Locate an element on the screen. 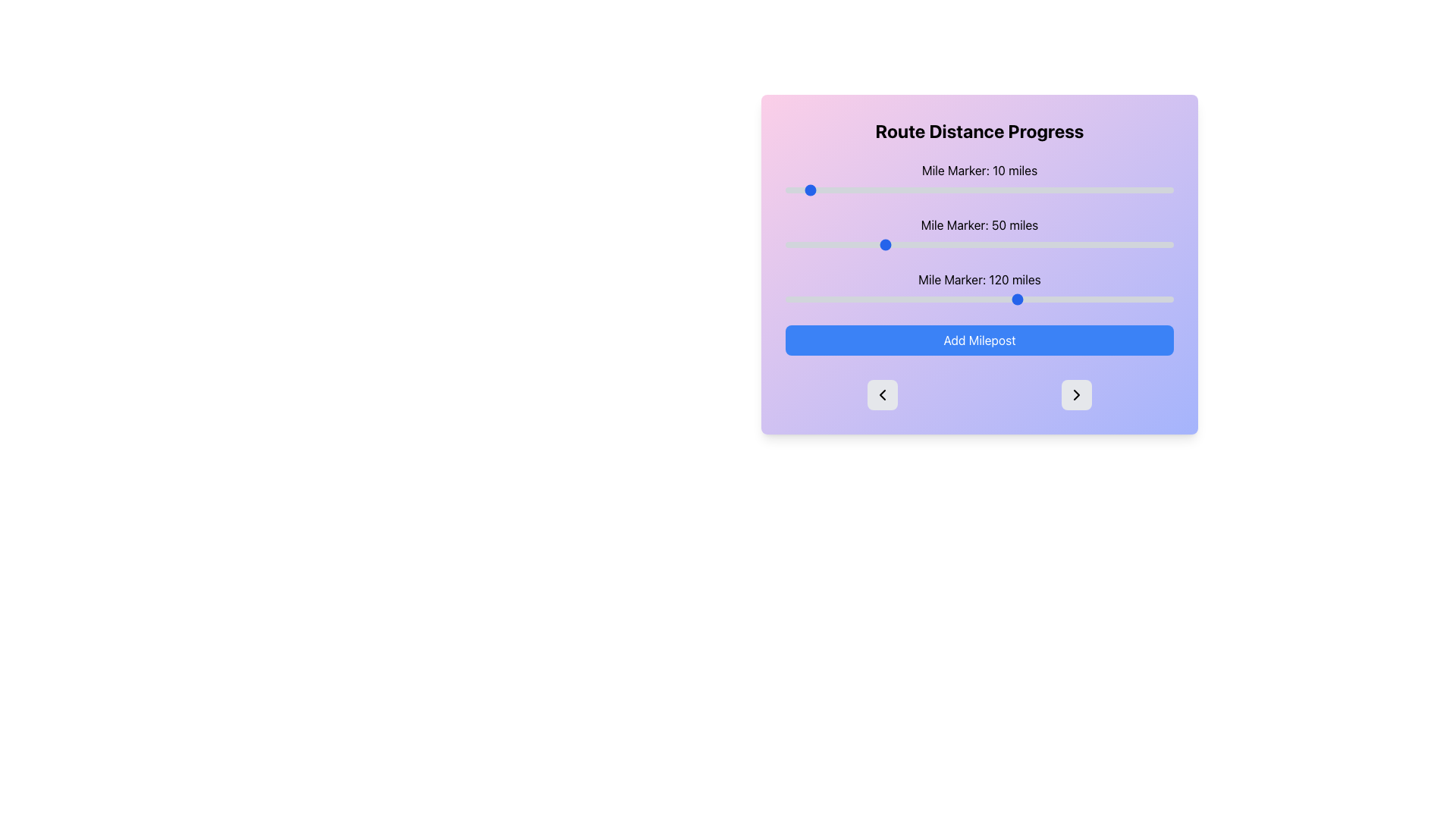 The image size is (1456, 819). the slider is located at coordinates (787, 244).